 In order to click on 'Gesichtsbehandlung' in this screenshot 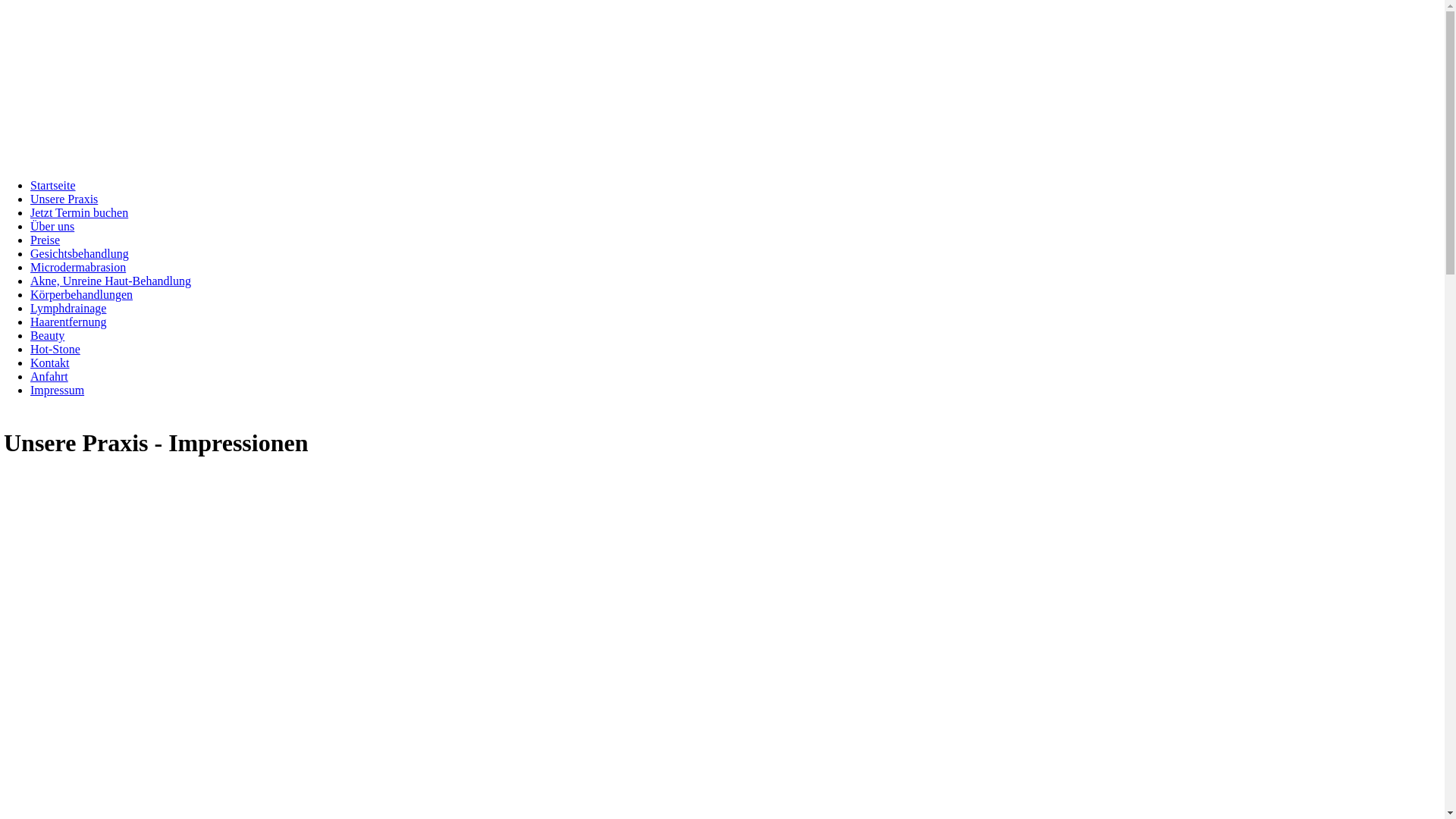, I will do `click(30, 253)`.